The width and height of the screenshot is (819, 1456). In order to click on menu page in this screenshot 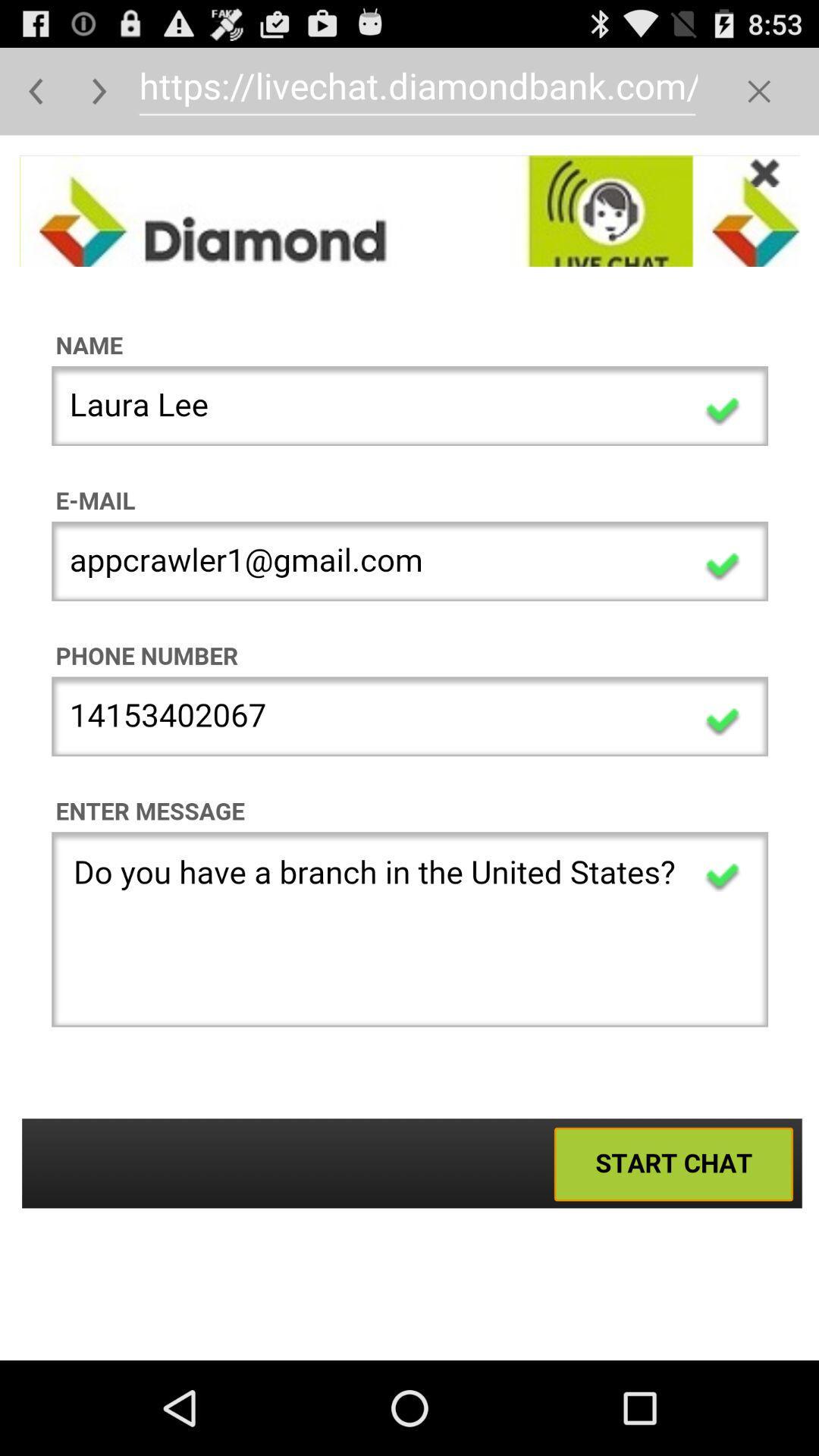, I will do `click(759, 90)`.